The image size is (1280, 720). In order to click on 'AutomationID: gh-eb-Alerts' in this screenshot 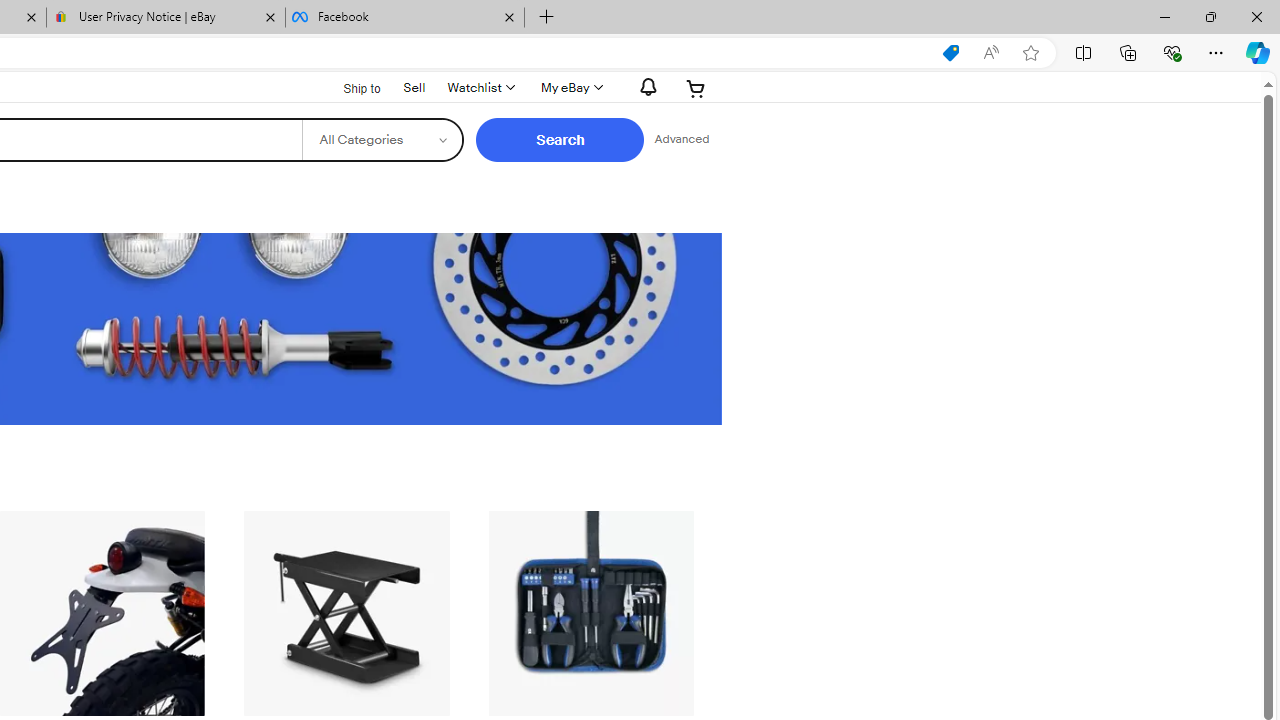, I will do `click(645, 86)`.